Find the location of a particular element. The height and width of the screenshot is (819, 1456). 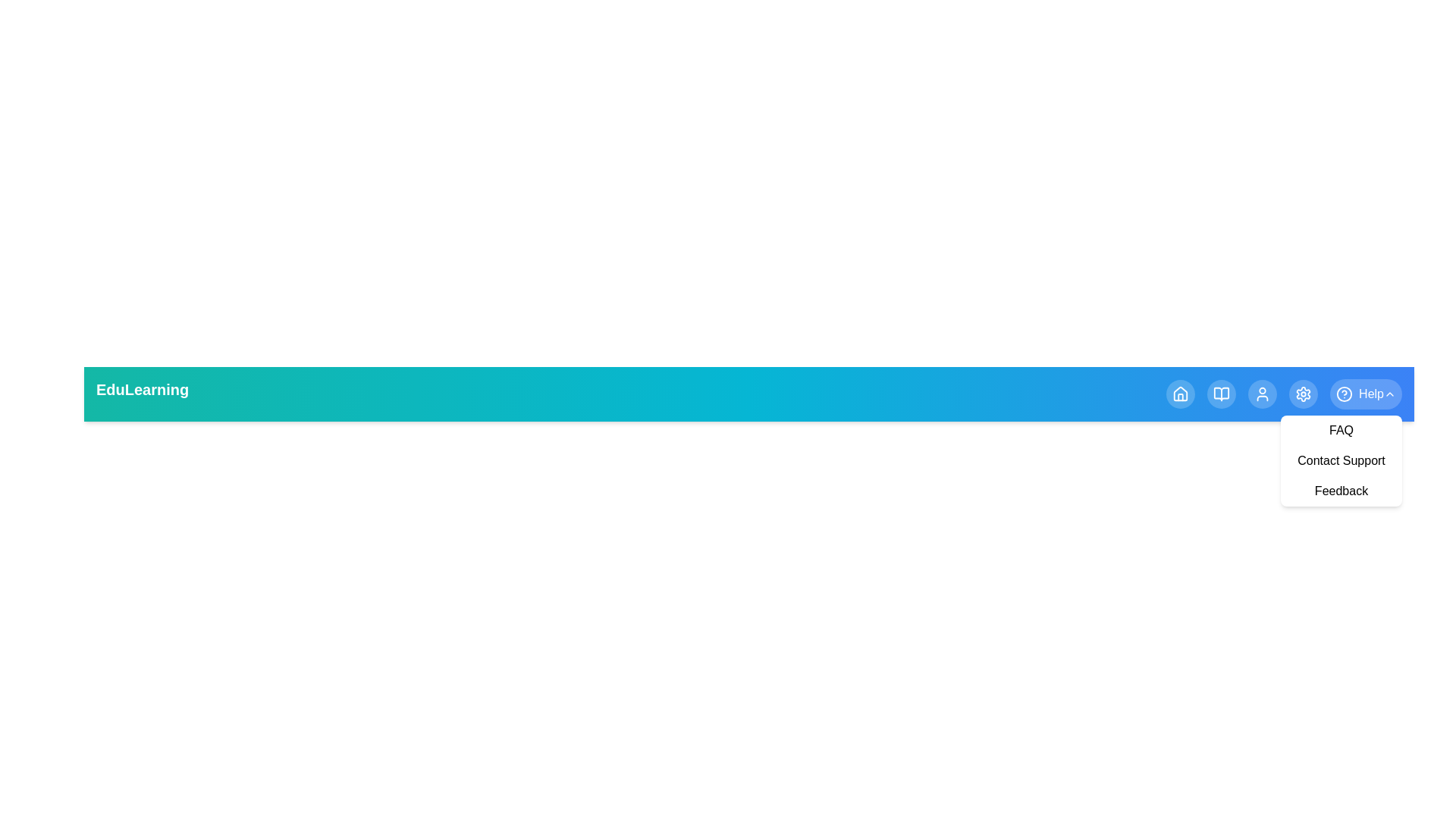

the Contact Support from the Help dropdown menu is located at coordinates (1341, 460).